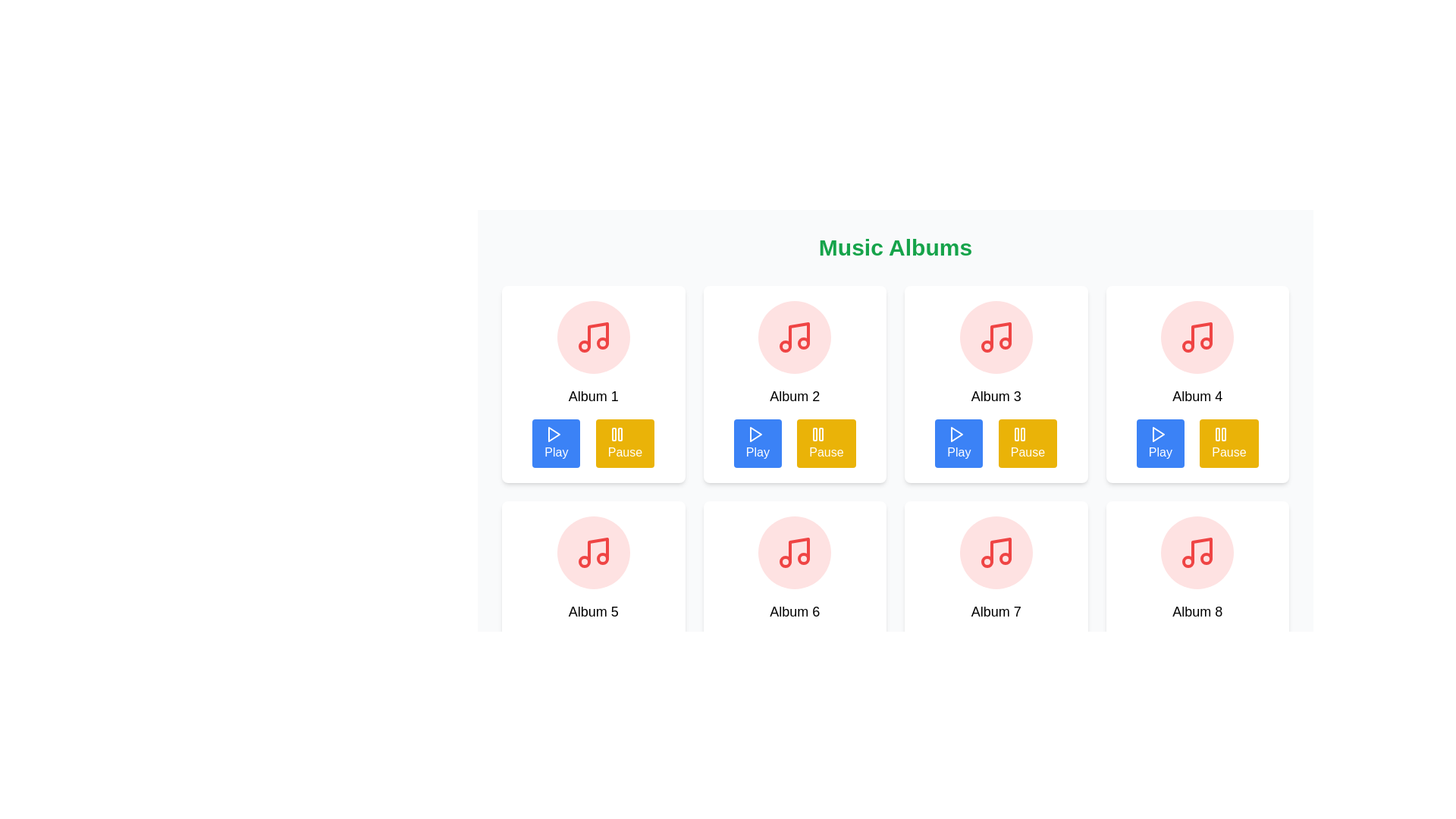  What do you see at coordinates (996, 444) in the screenshot?
I see `the 'Pause' button located below the title and icon of 'Album 3' in the music albums grid` at bounding box center [996, 444].